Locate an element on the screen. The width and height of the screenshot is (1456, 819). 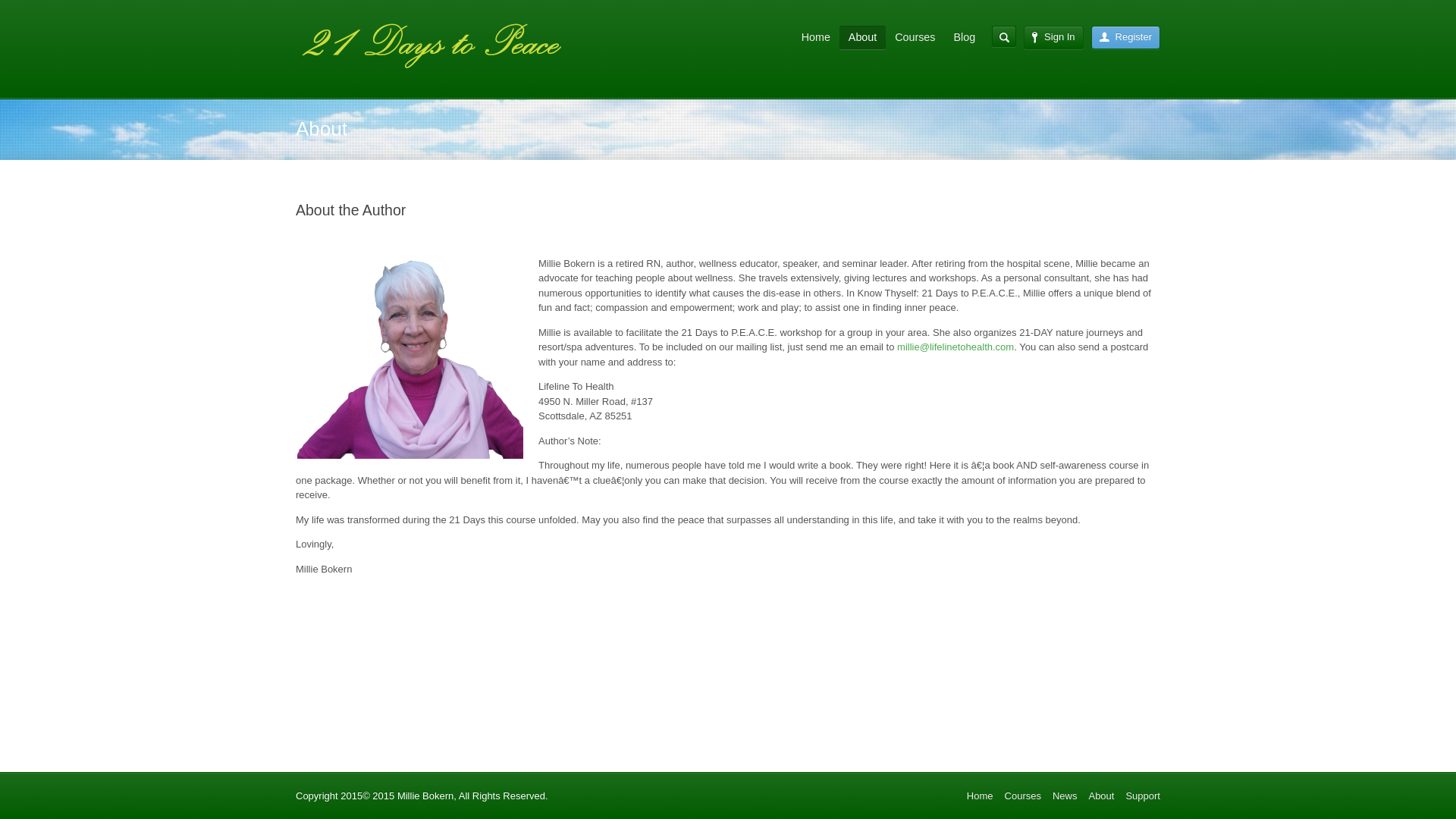
'millie@lifelinetohealth.com' is located at coordinates (954, 347).